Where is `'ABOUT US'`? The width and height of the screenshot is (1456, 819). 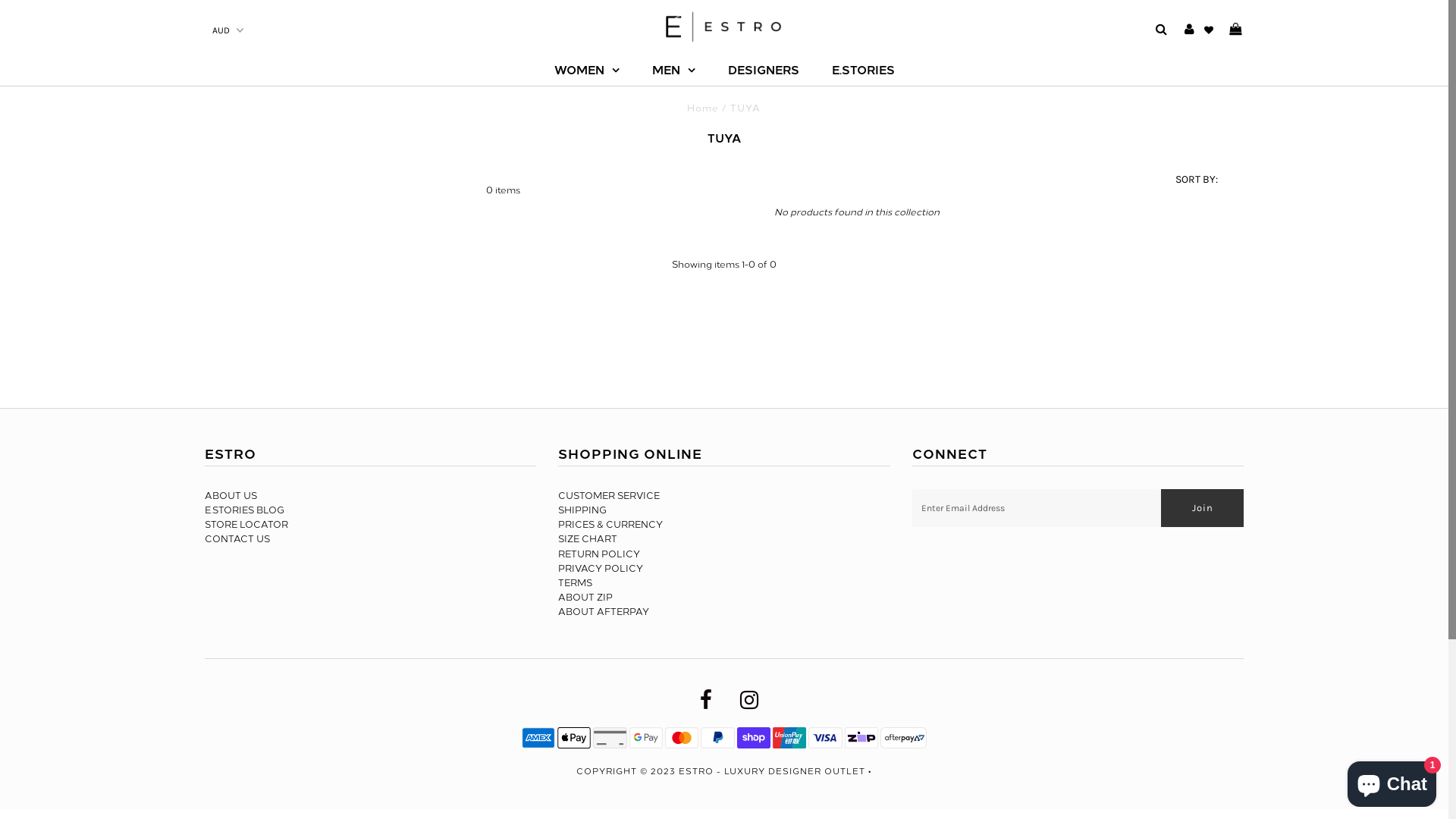 'ABOUT US' is located at coordinates (230, 496).